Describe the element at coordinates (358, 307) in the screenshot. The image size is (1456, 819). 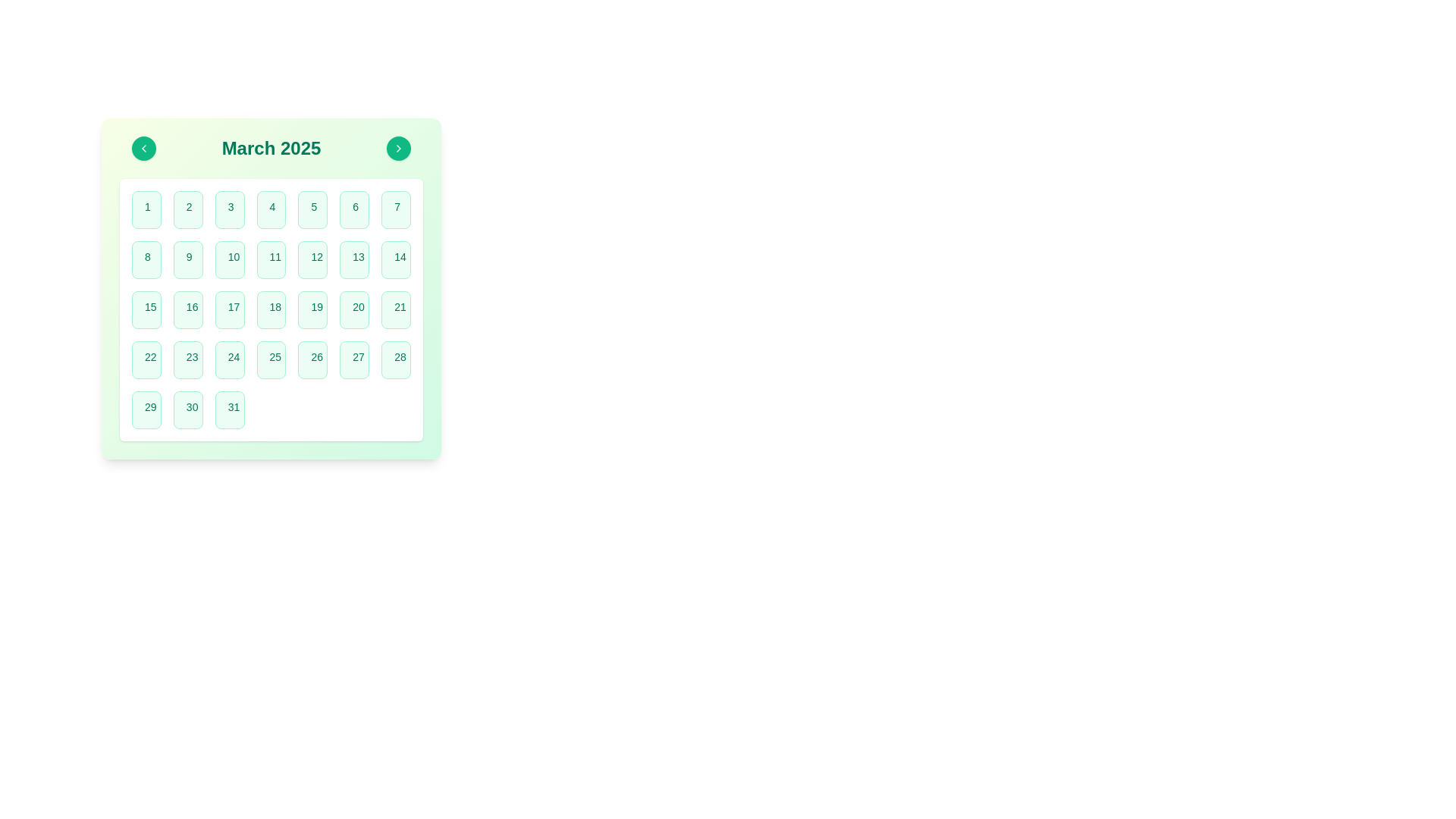
I see `the date displayed` at that location.